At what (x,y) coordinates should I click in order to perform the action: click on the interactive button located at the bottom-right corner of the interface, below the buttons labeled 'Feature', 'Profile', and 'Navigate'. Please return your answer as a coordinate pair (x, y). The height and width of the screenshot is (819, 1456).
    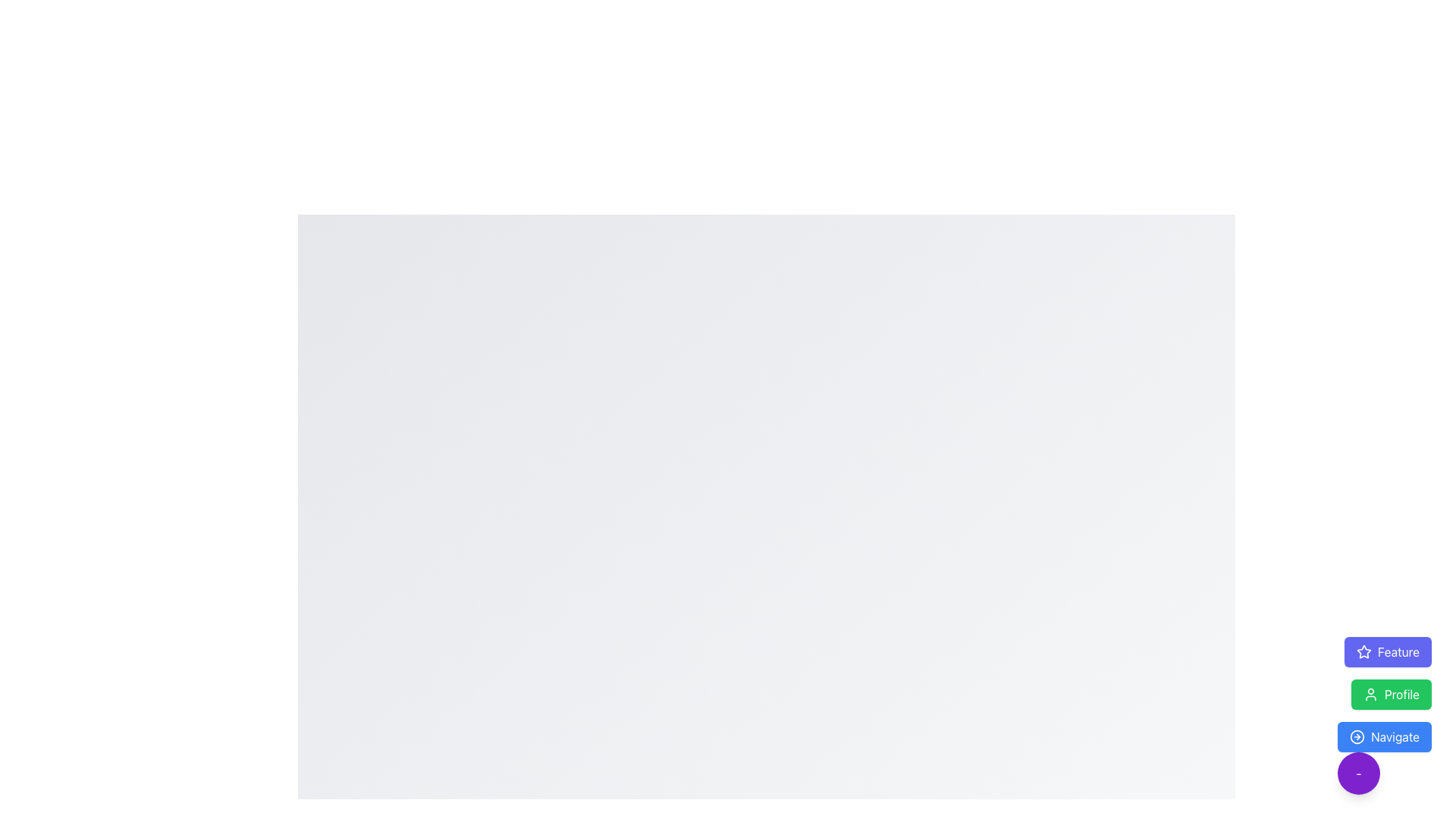
    Looking at the image, I should click on (1358, 773).